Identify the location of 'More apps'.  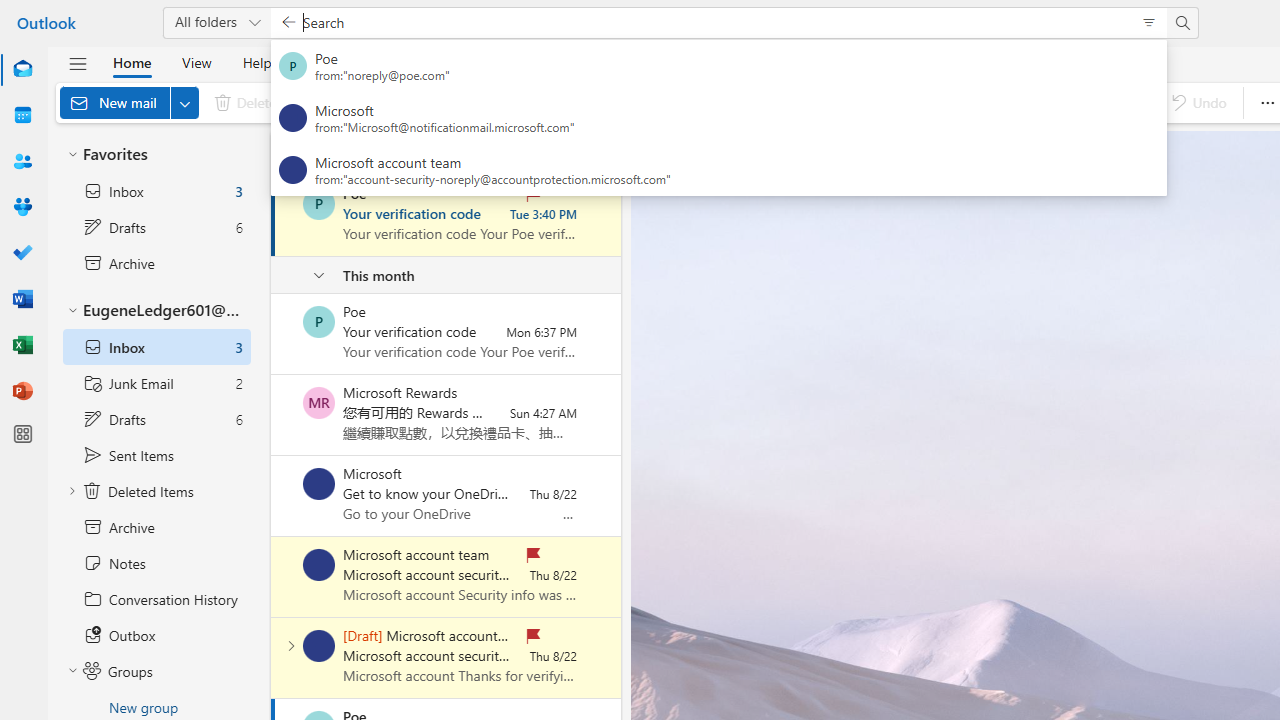
(23, 433).